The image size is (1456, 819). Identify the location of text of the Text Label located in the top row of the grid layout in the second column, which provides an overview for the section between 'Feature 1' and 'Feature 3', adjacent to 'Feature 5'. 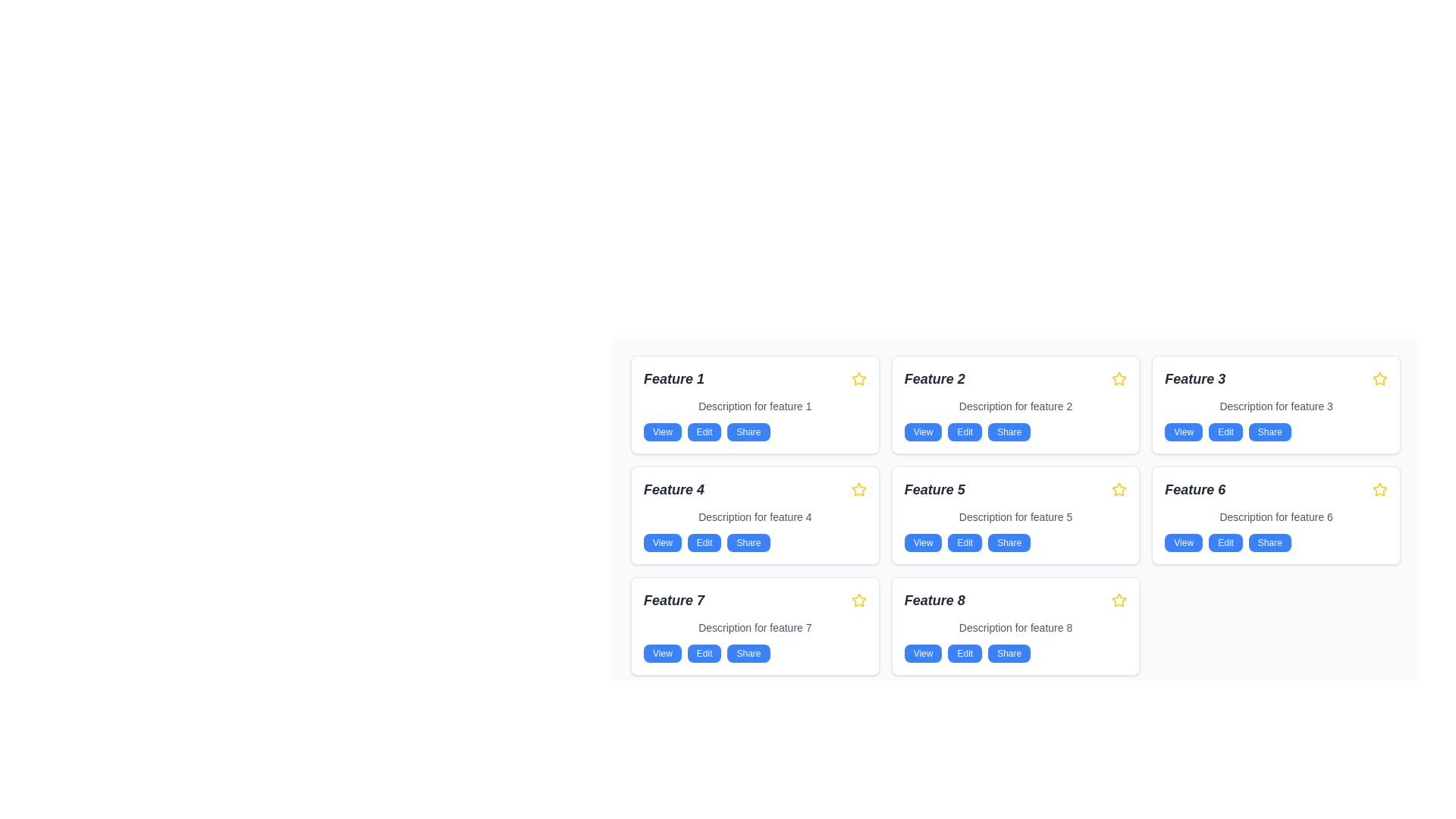
(934, 378).